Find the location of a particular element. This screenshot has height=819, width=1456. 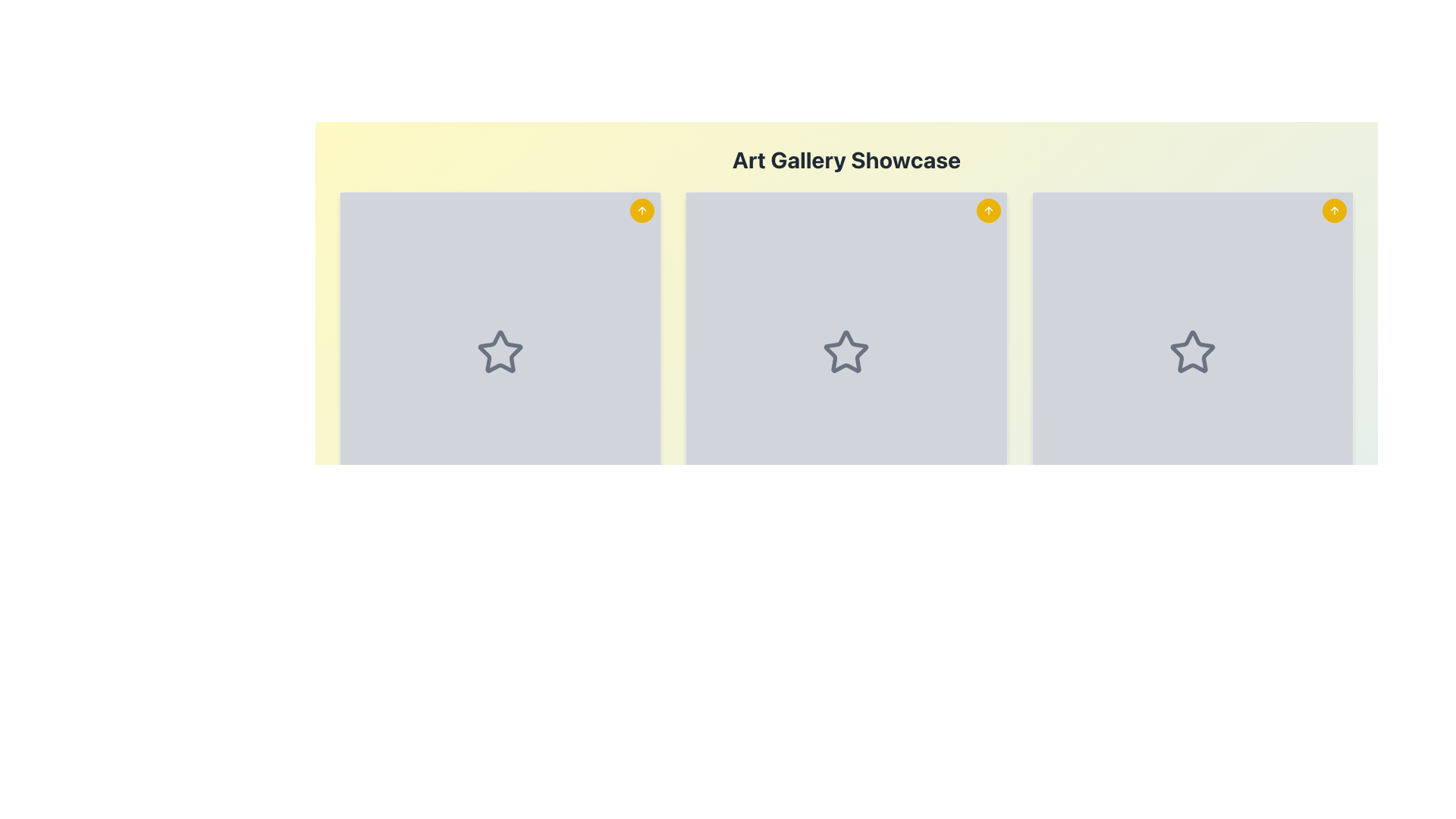

the outlined star icon located in the center of the light gray square area within the first card of the horizontally aligned grid layout is located at coordinates (500, 353).